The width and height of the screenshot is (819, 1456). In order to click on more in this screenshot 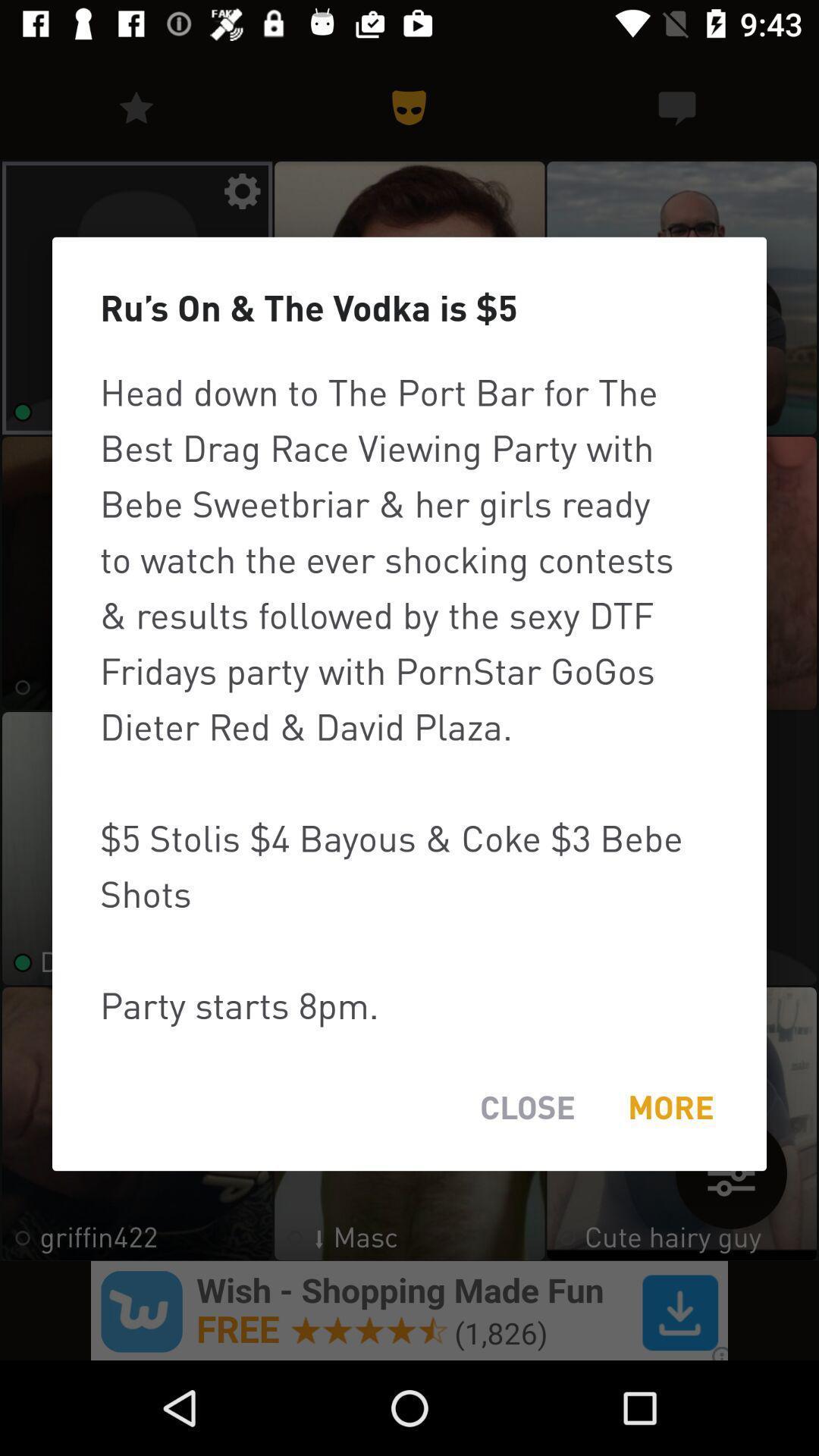, I will do `click(670, 1107)`.